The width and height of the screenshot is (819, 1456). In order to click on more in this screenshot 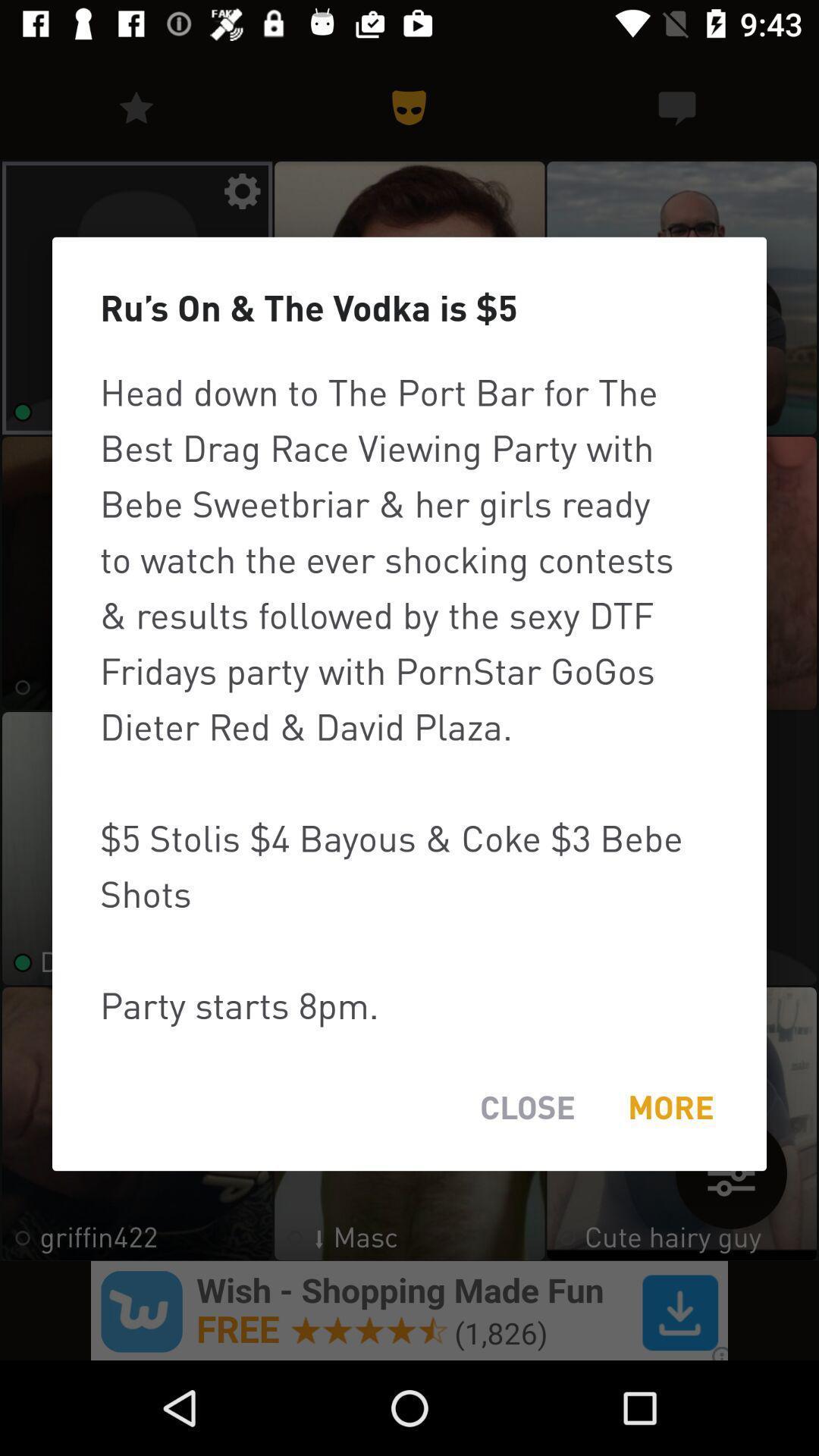, I will do `click(670, 1107)`.